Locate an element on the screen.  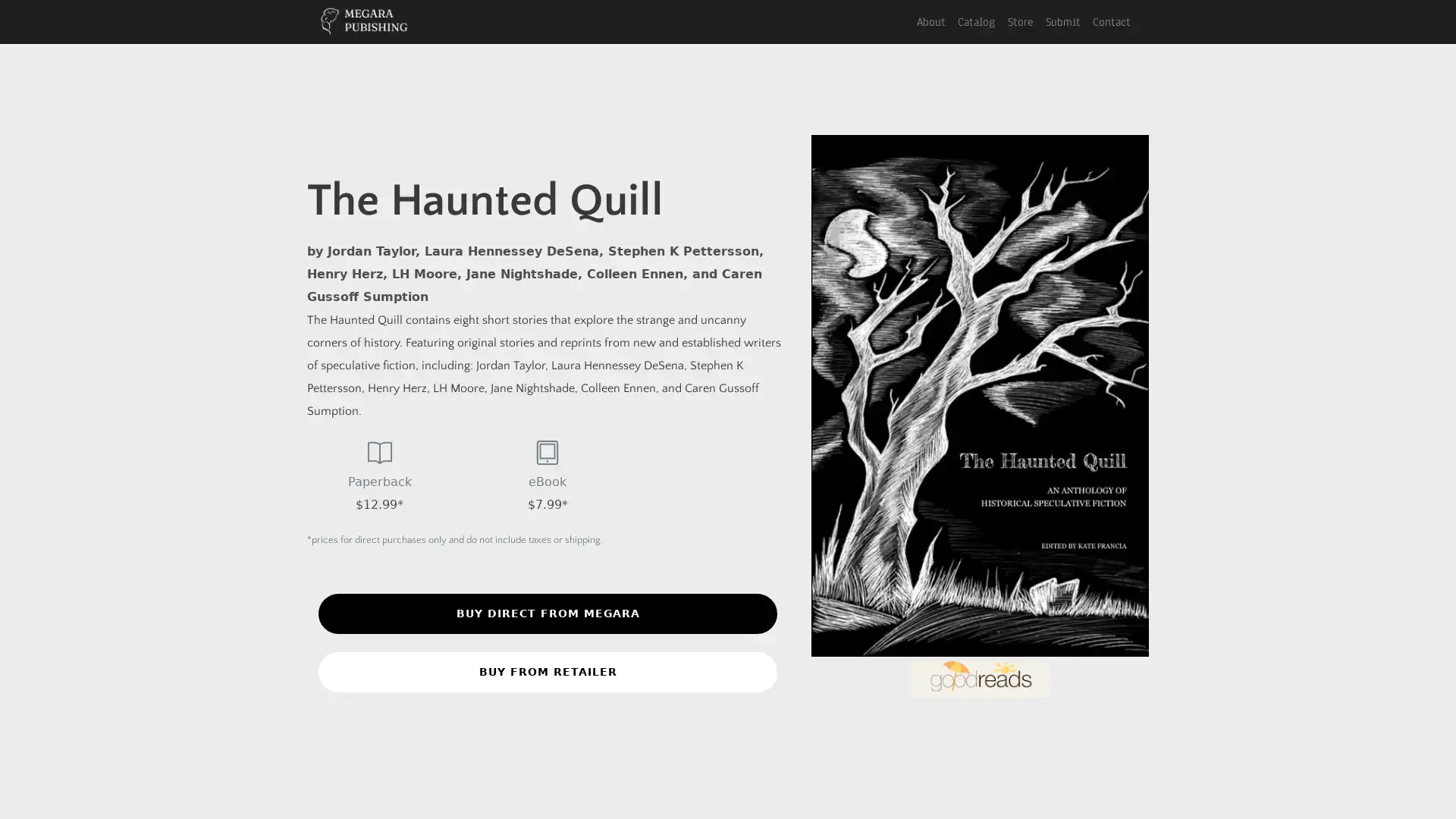
BUY FROM RETAILER is located at coordinates (547, 671).